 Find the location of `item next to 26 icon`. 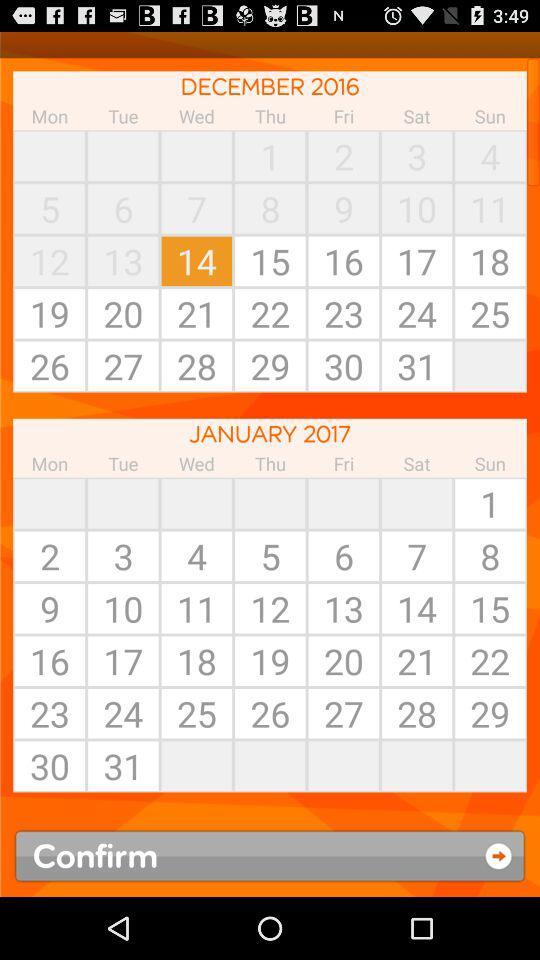

item next to 26 icon is located at coordinates (196, 765).